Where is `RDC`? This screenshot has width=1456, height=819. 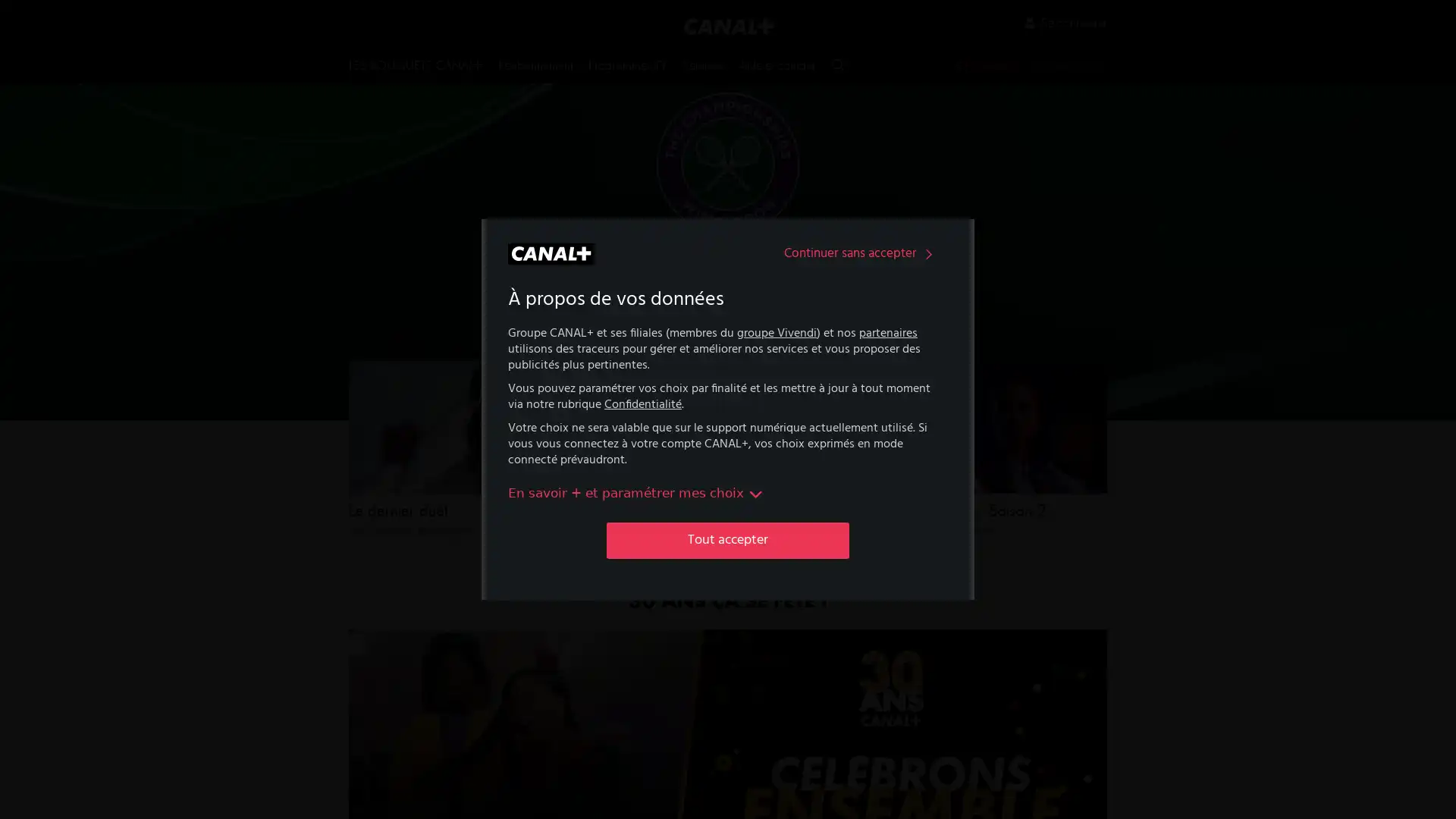 RDC is located at coordinates (872, 348).